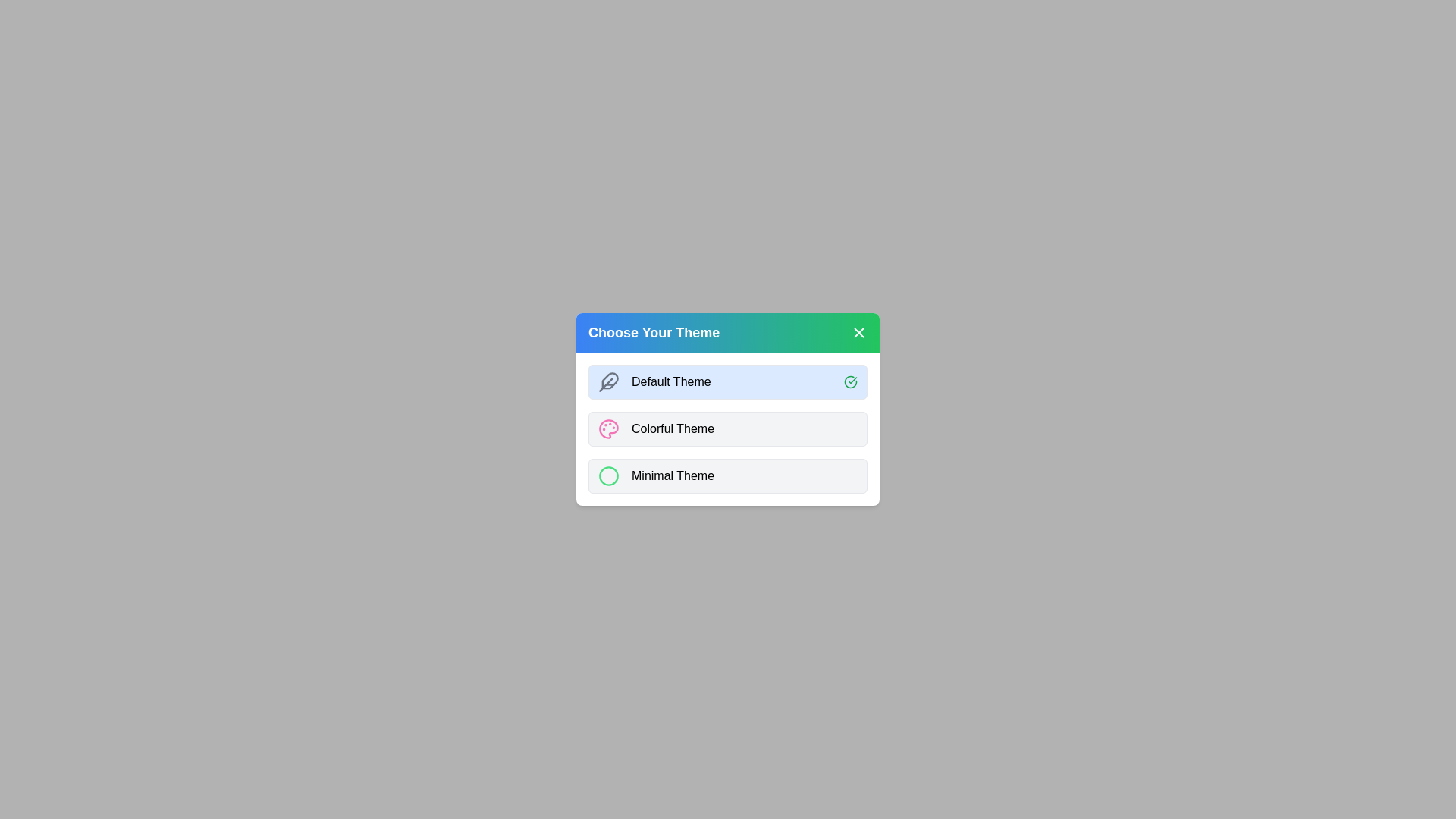 The image size is (1456, 819). What do you see at coordinates (728, 475) in the screenshot?
I see `the 'Minimal Theme' button to select it` at bounding box center [728, 475].